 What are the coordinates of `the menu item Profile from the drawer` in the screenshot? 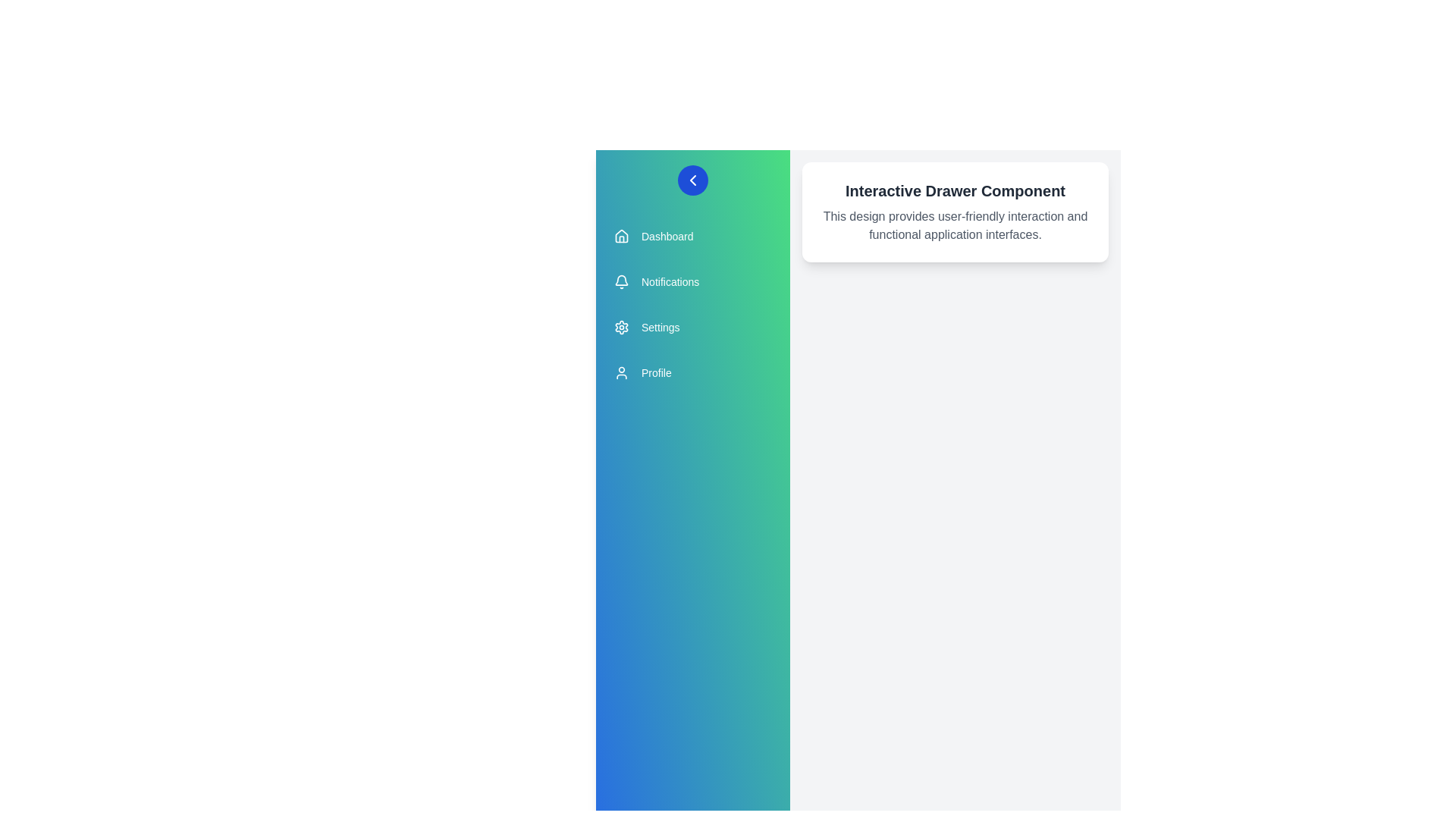 It's located at (692, 373).